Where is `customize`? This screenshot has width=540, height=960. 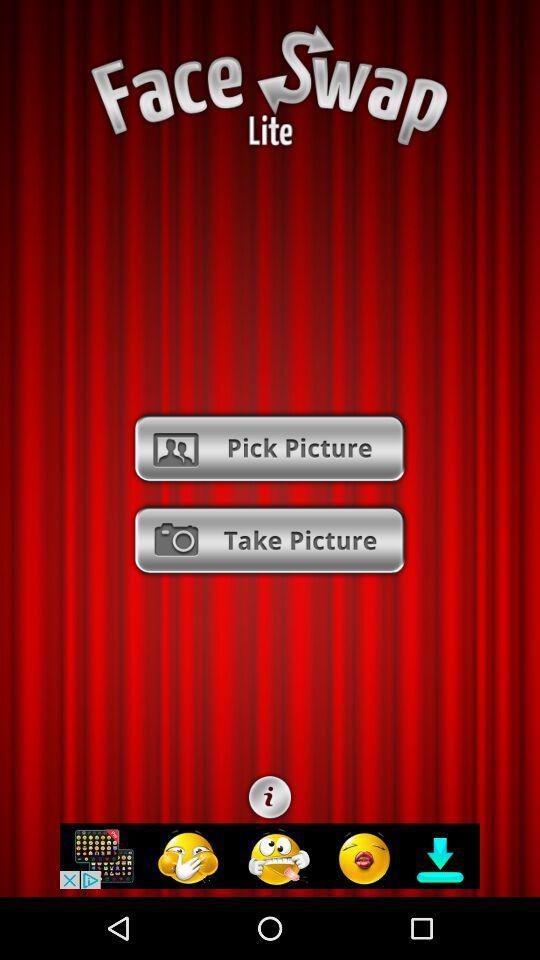 customize is located at coordinates (270, 797).